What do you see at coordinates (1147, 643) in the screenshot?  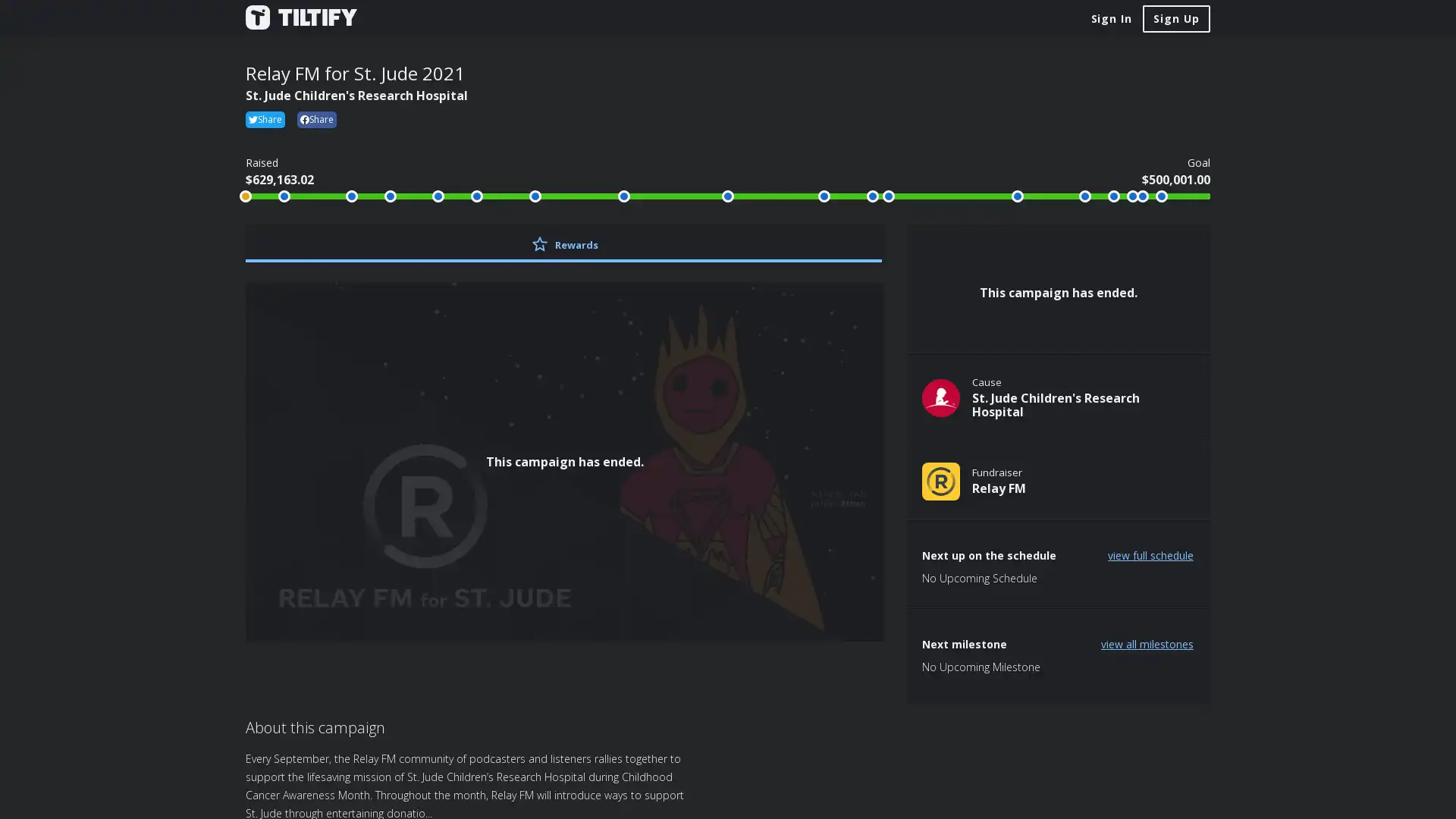 I see `view all milestones` at bounding box center [1147, 643].